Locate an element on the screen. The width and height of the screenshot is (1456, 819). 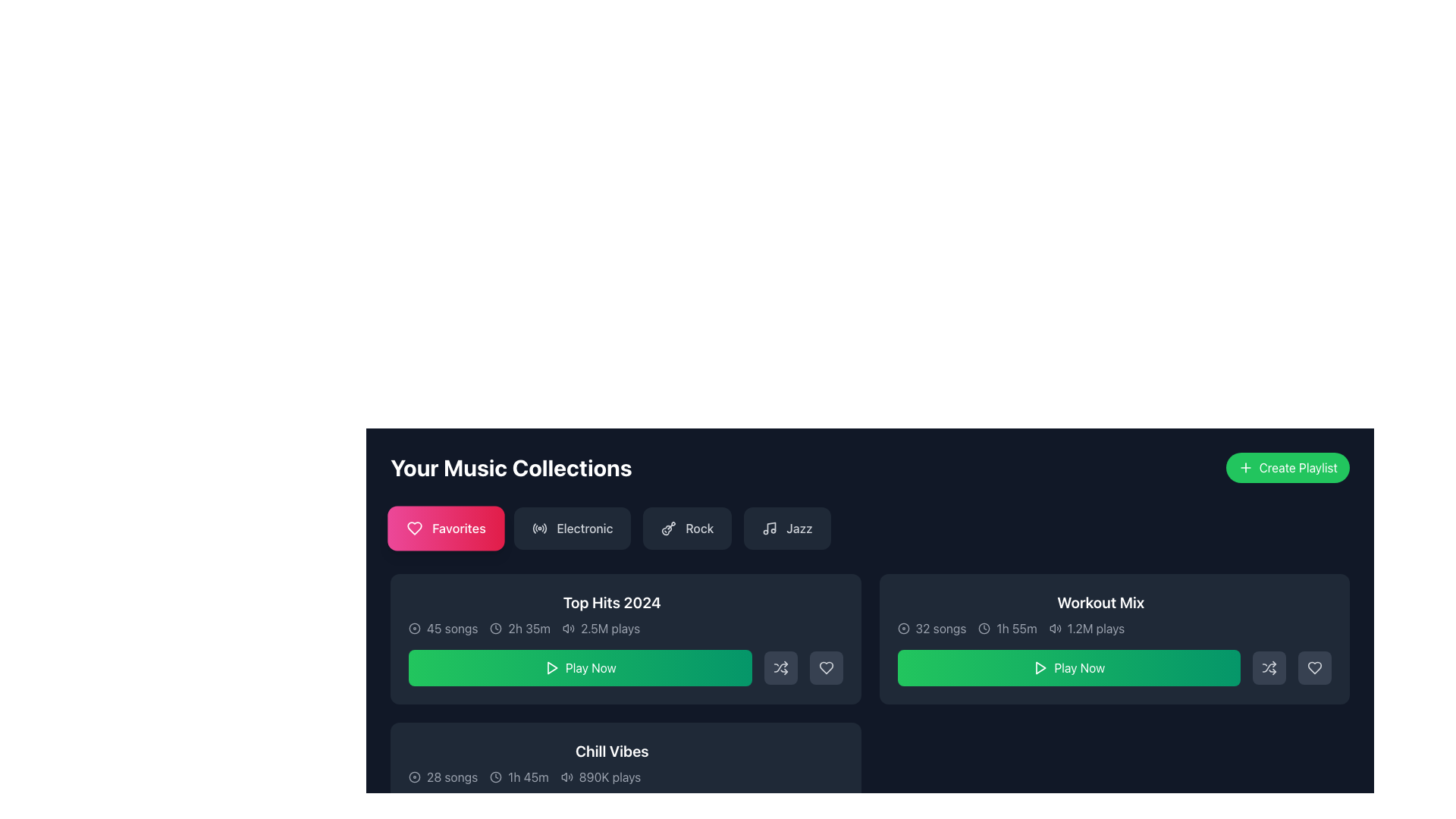
the SVG-based decorative icon component that is a circular icon with a thin stroke outline and a filled center circle, located to the left of the text '28 songs' in the 'Chill Vibes' collection interface is located at coordinates (415, 777).